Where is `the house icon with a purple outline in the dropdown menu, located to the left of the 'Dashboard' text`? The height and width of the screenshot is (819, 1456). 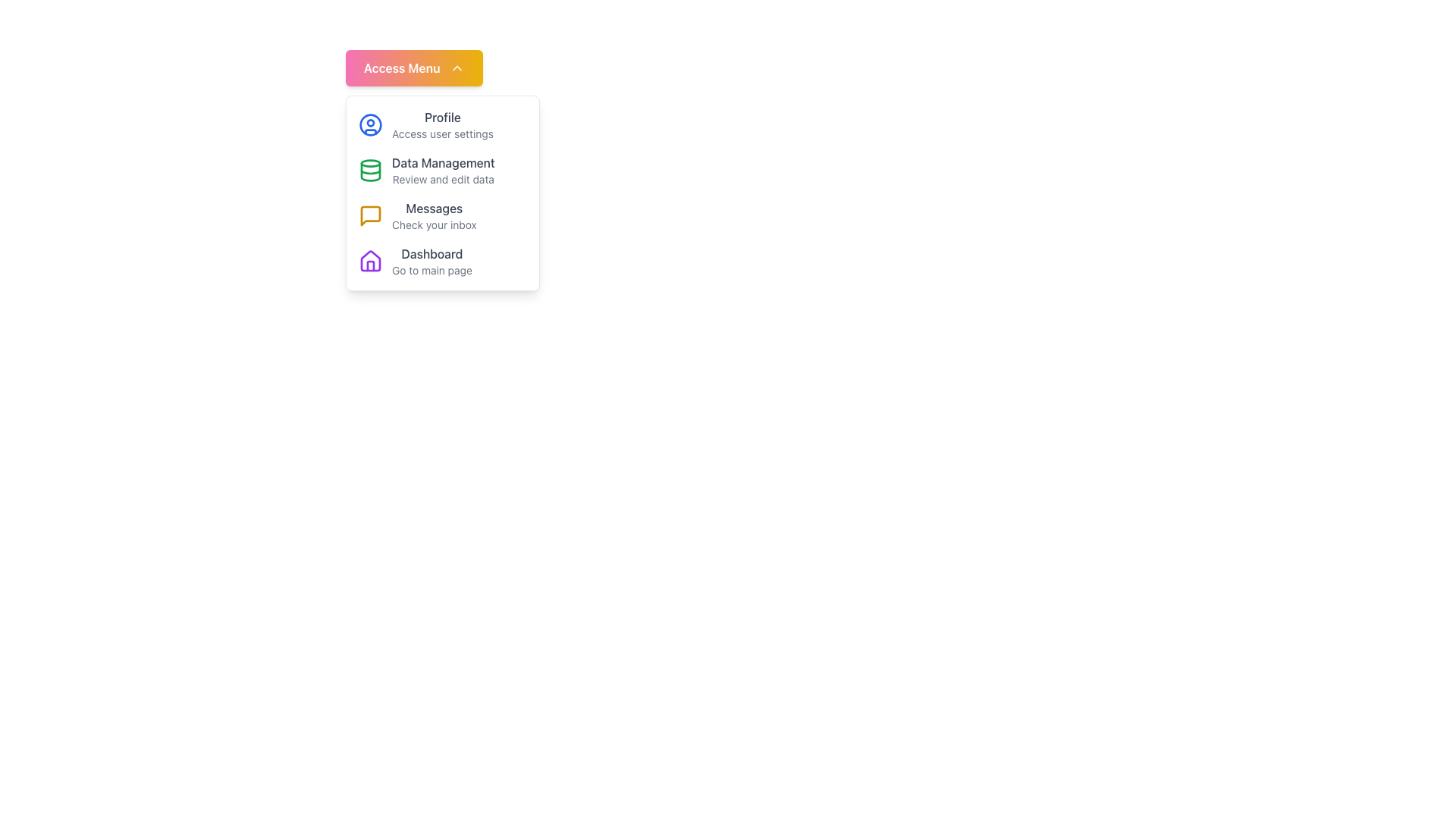 the house icon with a purple outline in the dropdown menu, located to the left of the 'Dashboard' text is located at coordinates (371, 260).